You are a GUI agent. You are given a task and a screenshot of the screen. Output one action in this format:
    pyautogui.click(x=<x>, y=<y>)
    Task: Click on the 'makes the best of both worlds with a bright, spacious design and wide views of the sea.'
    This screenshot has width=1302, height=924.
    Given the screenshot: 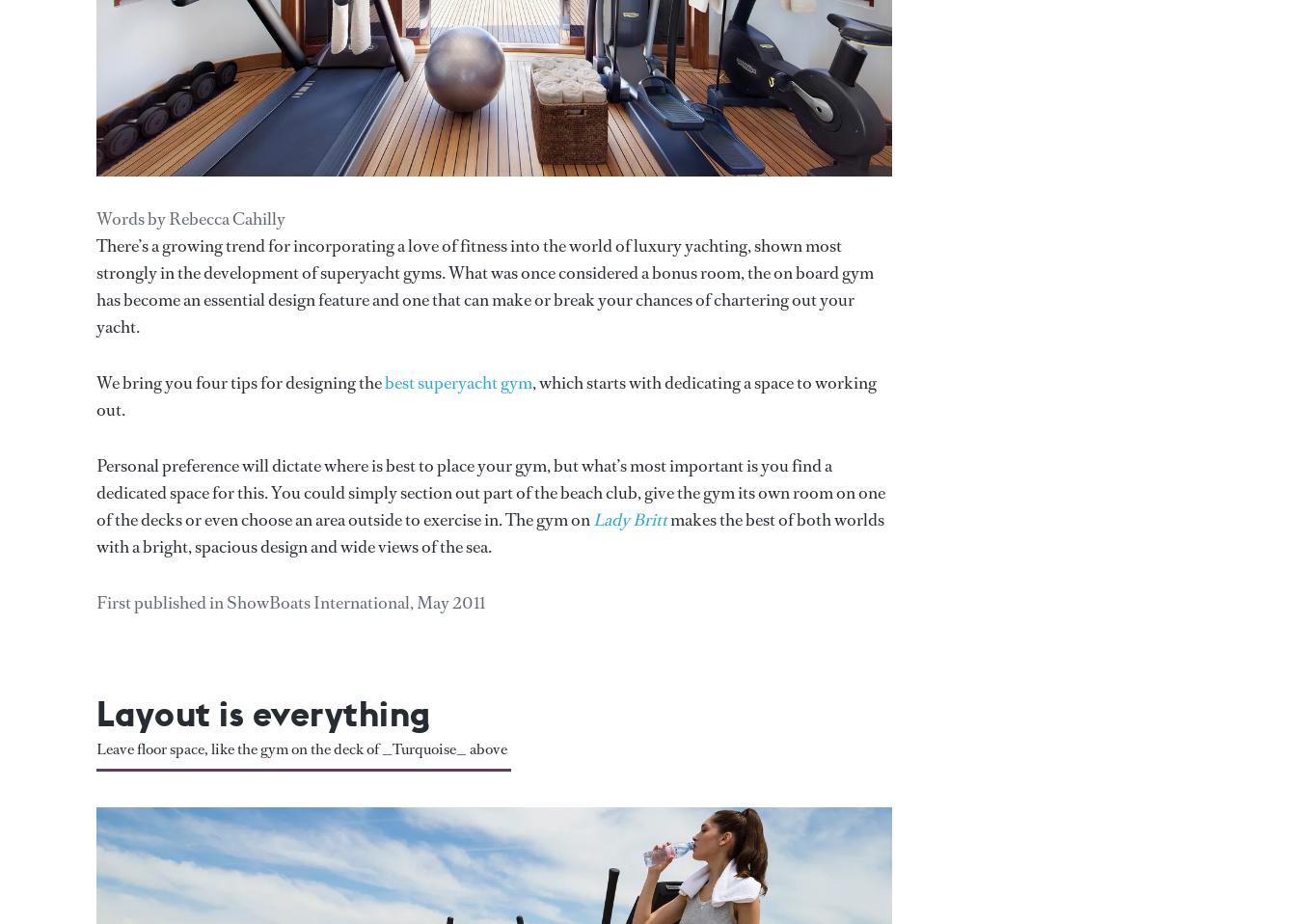 What is the action you would take?
    pyautogui.click(x=95, y=530)
    